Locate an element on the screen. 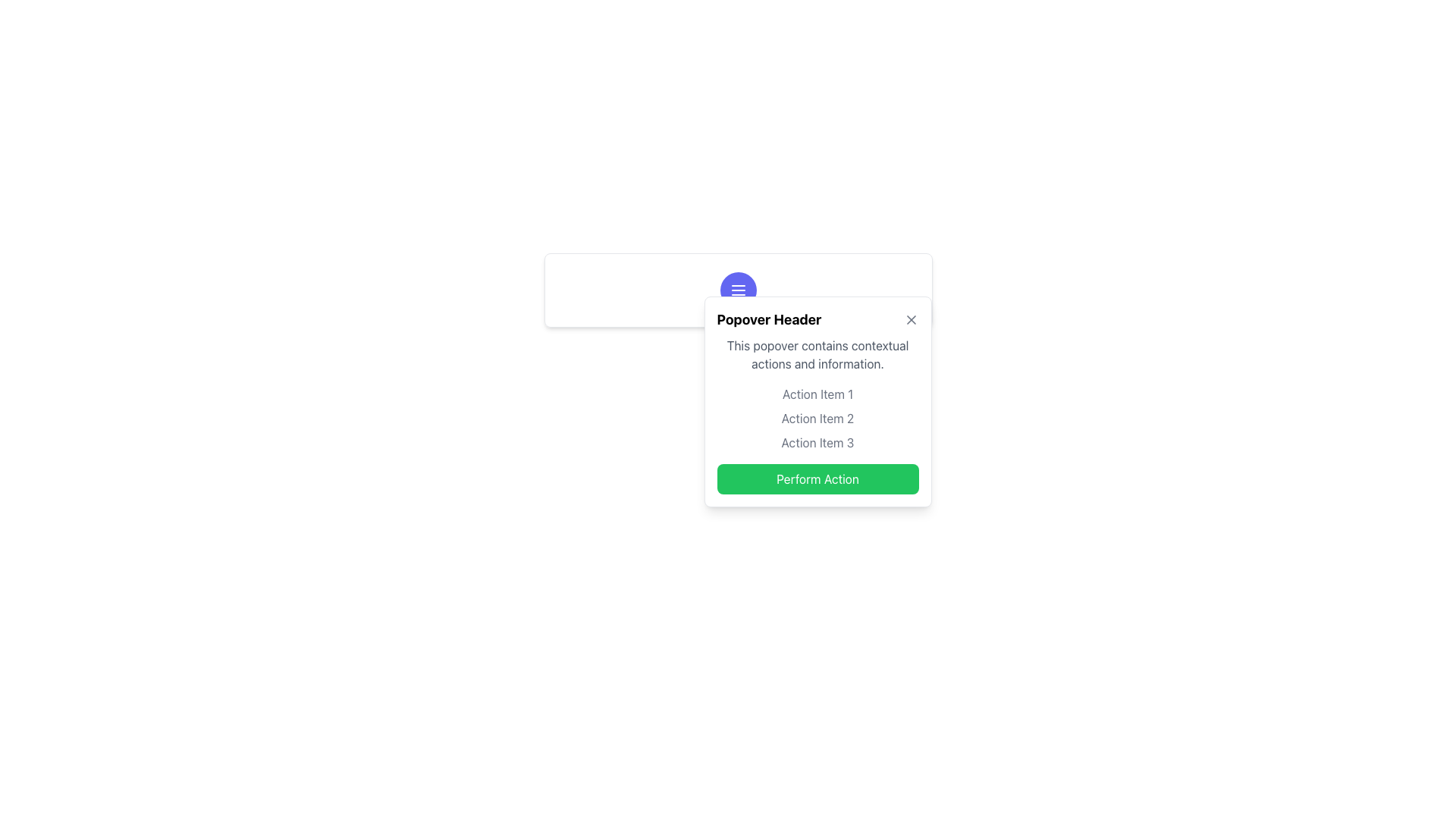  the text label at the top-left corner of the popover component to potentially view a tooltip is located at coordinates (769, 318).